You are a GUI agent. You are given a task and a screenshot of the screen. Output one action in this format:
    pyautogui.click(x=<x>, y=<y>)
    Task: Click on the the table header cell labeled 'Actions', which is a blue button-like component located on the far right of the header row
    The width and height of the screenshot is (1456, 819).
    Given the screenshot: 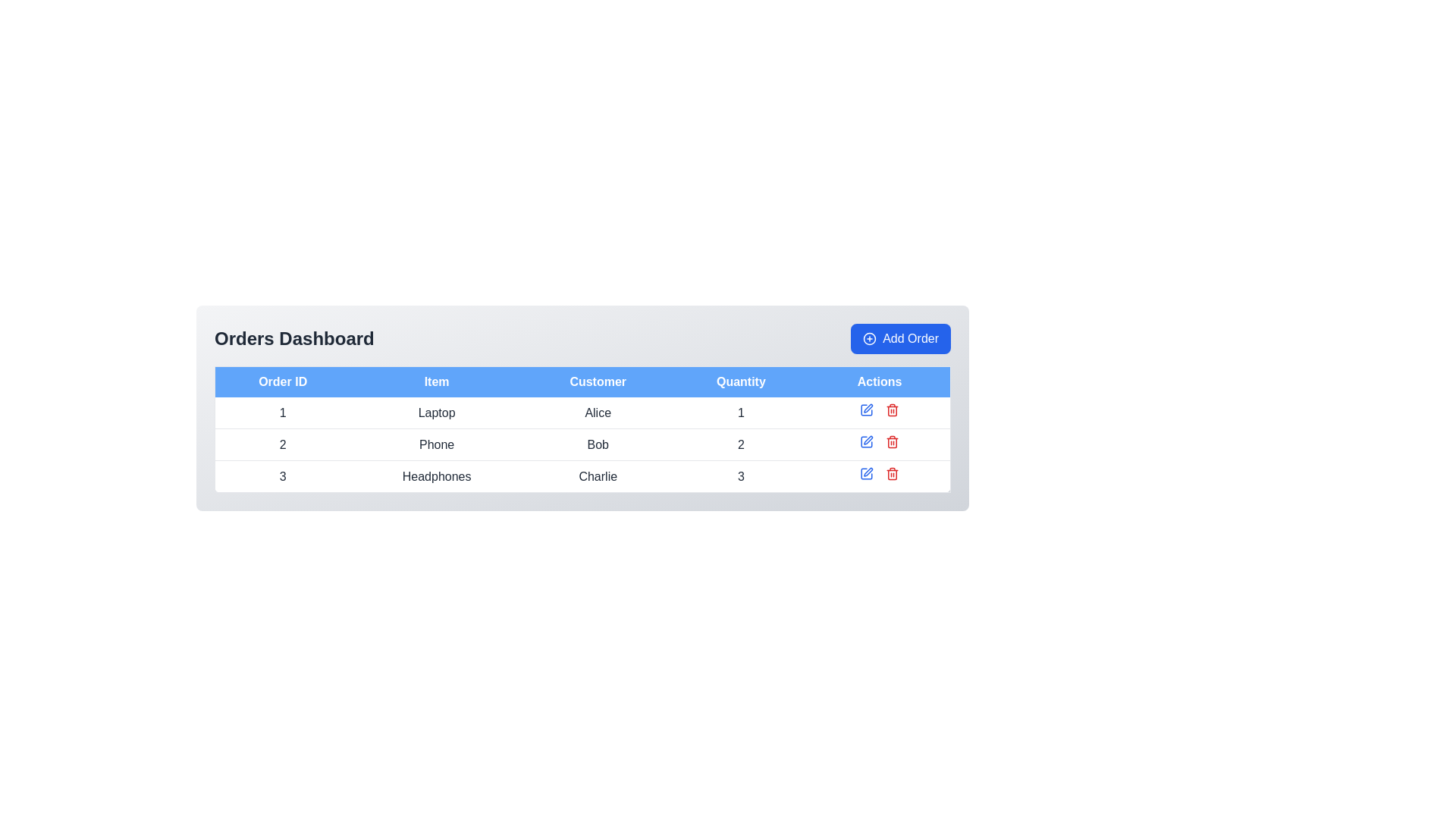 What is the action you would take?
    pyautogui.click(x=880, y=381)
    